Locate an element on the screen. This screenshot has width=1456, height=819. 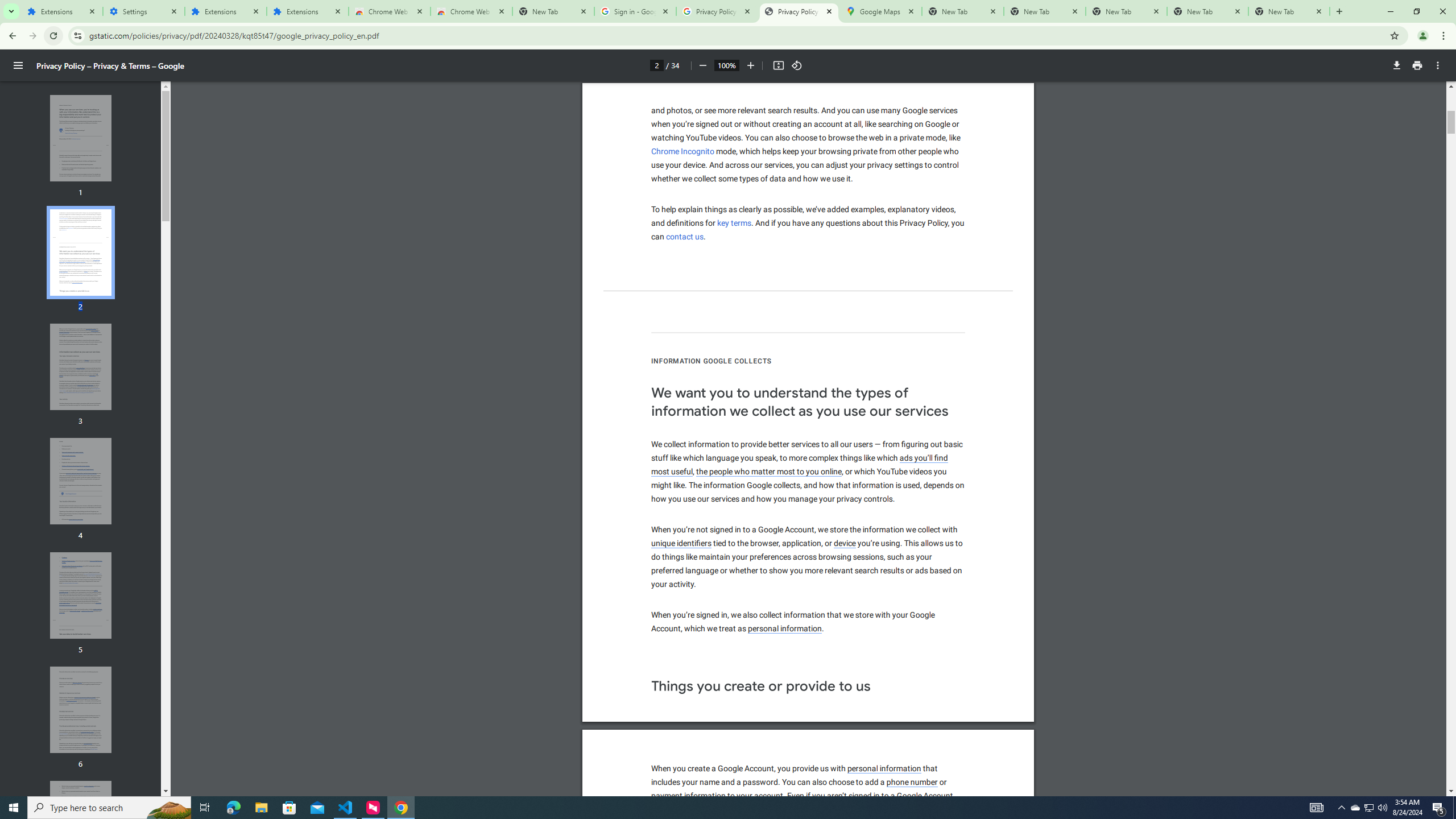
'Thumbnail for page 2' is located at coordinates (81, 253).